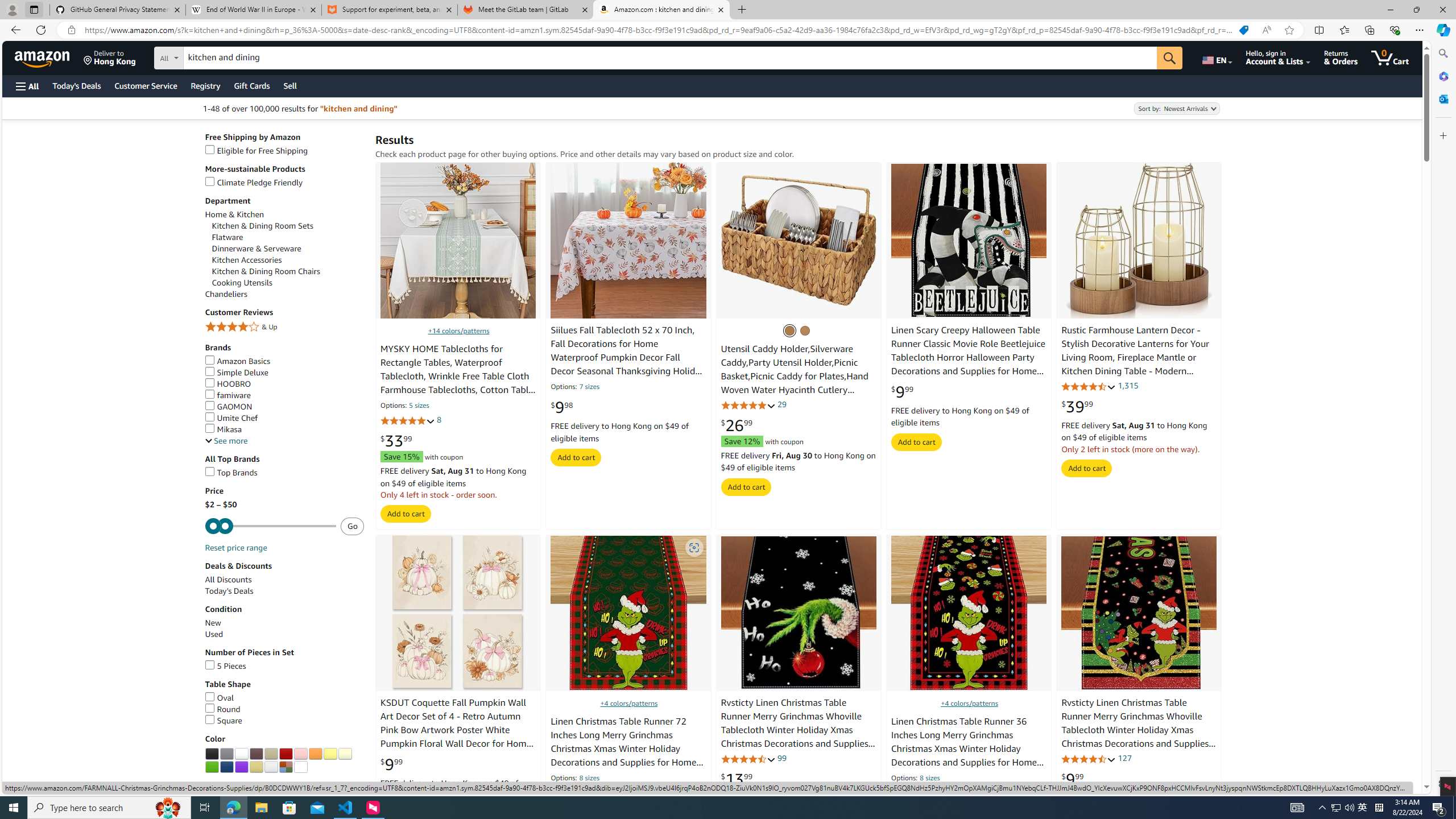 The height and width of the screenshot is (819, 1456). Describe the element at coordinates (300, 754) in the screenshot. I see `'AutomationID: p_n_feature_twenty_browse-bin/3254104011'` at that location.